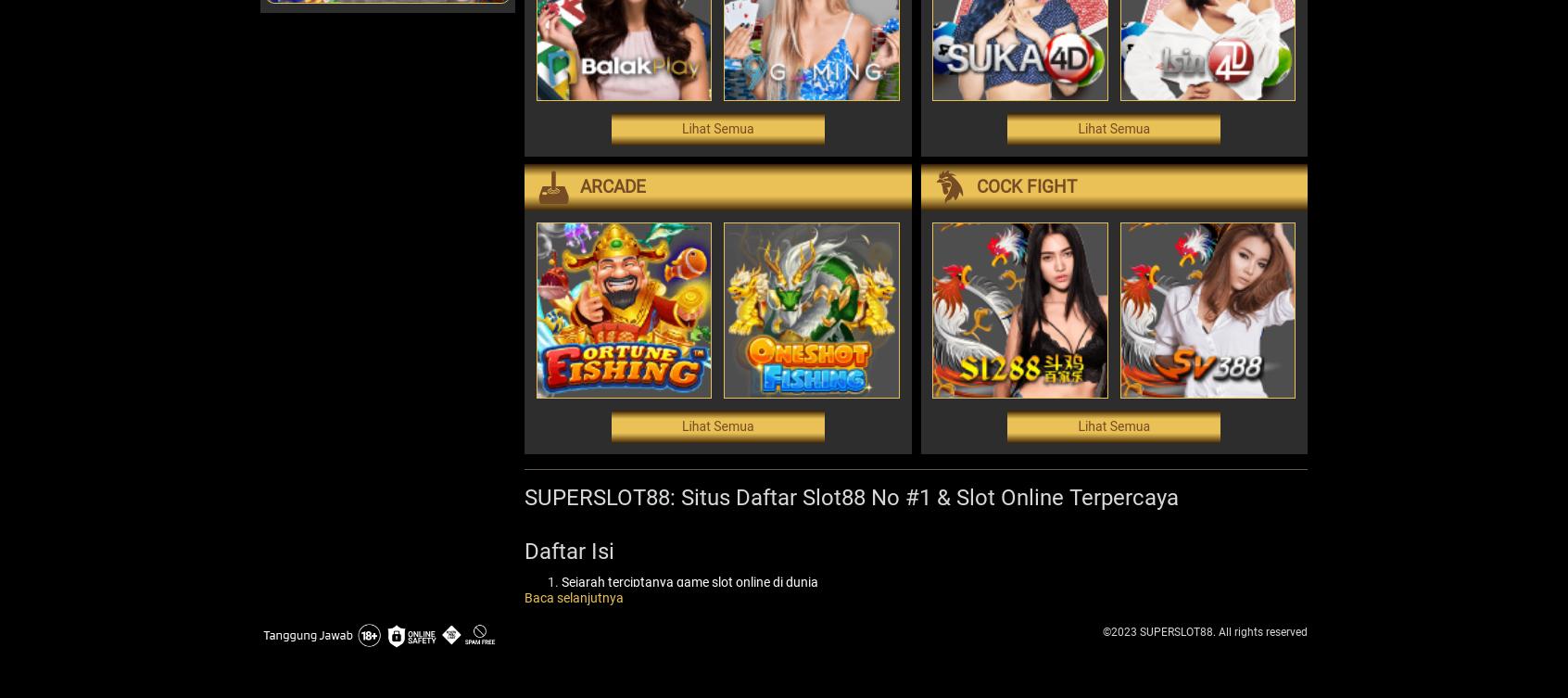 Image resolution: width=1568 pixels, height=698 pixels. Describe the element at coordinates (618, 678) in the screenshot. I see `'Slot 3D'` at that location.